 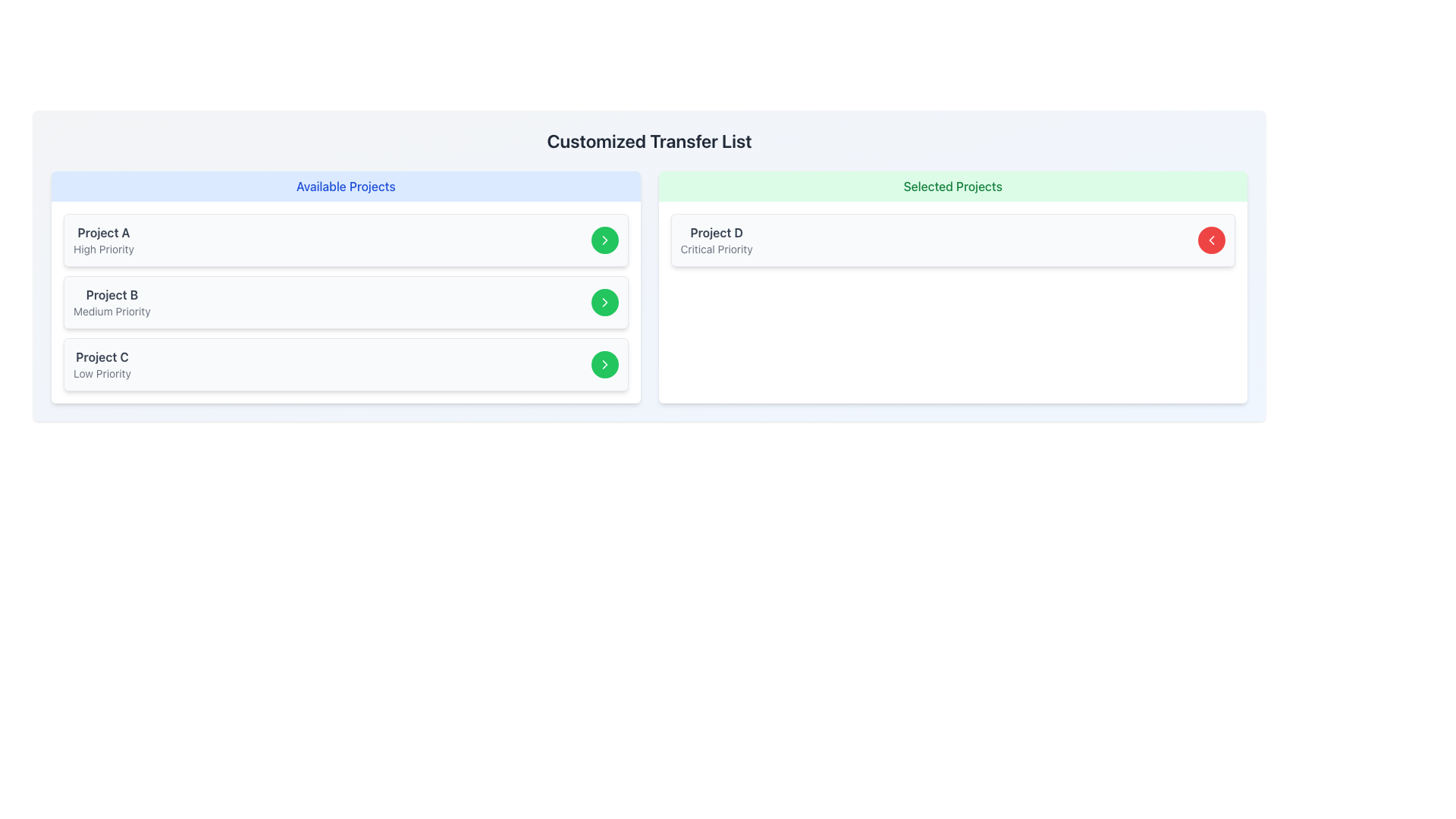 What do you see at coordinates (101, 356) in the screenshot?
I see `the project title label in the third position of the 'Available Projects' column` at bounding box center [101, 356].